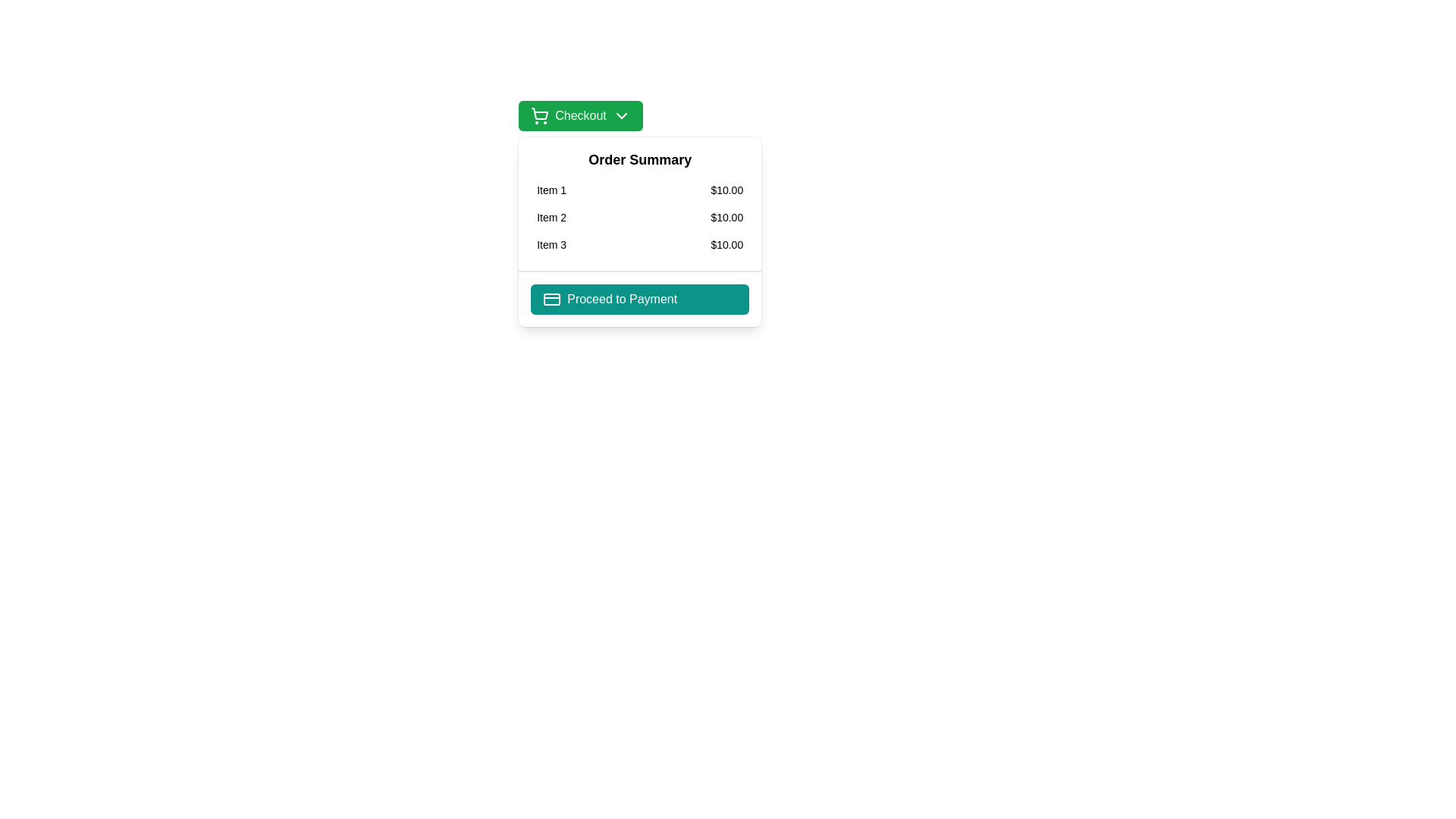 This screenshot has width=1456, height=819. What do you see at coordinates (640, 231) in the screenshot?
I see `the 'Order Summary' card` at bounding box center [640, 231].